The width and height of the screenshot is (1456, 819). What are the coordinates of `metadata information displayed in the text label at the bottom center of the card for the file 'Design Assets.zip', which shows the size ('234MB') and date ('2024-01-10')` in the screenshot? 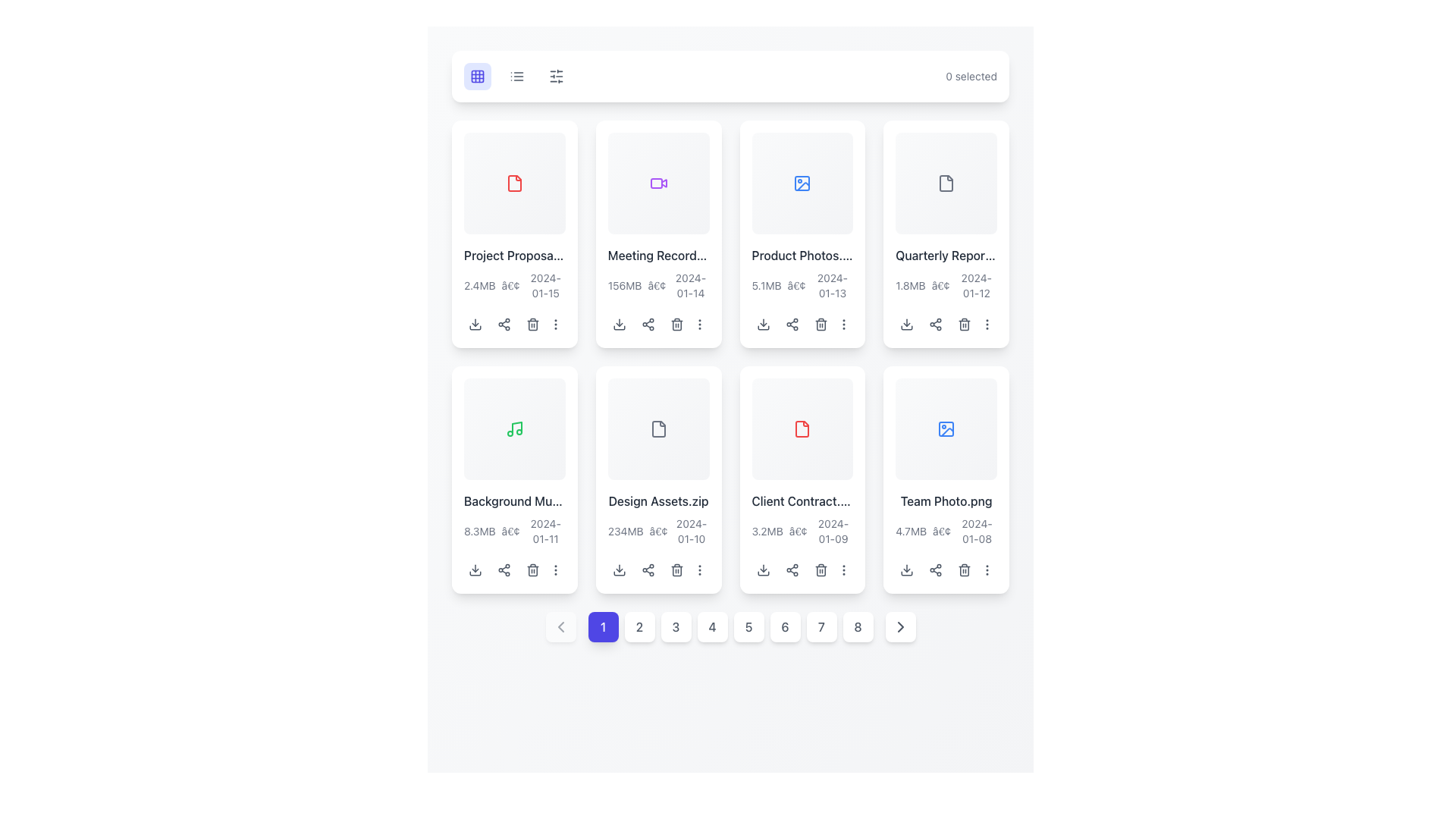 It's located at (658, 530).